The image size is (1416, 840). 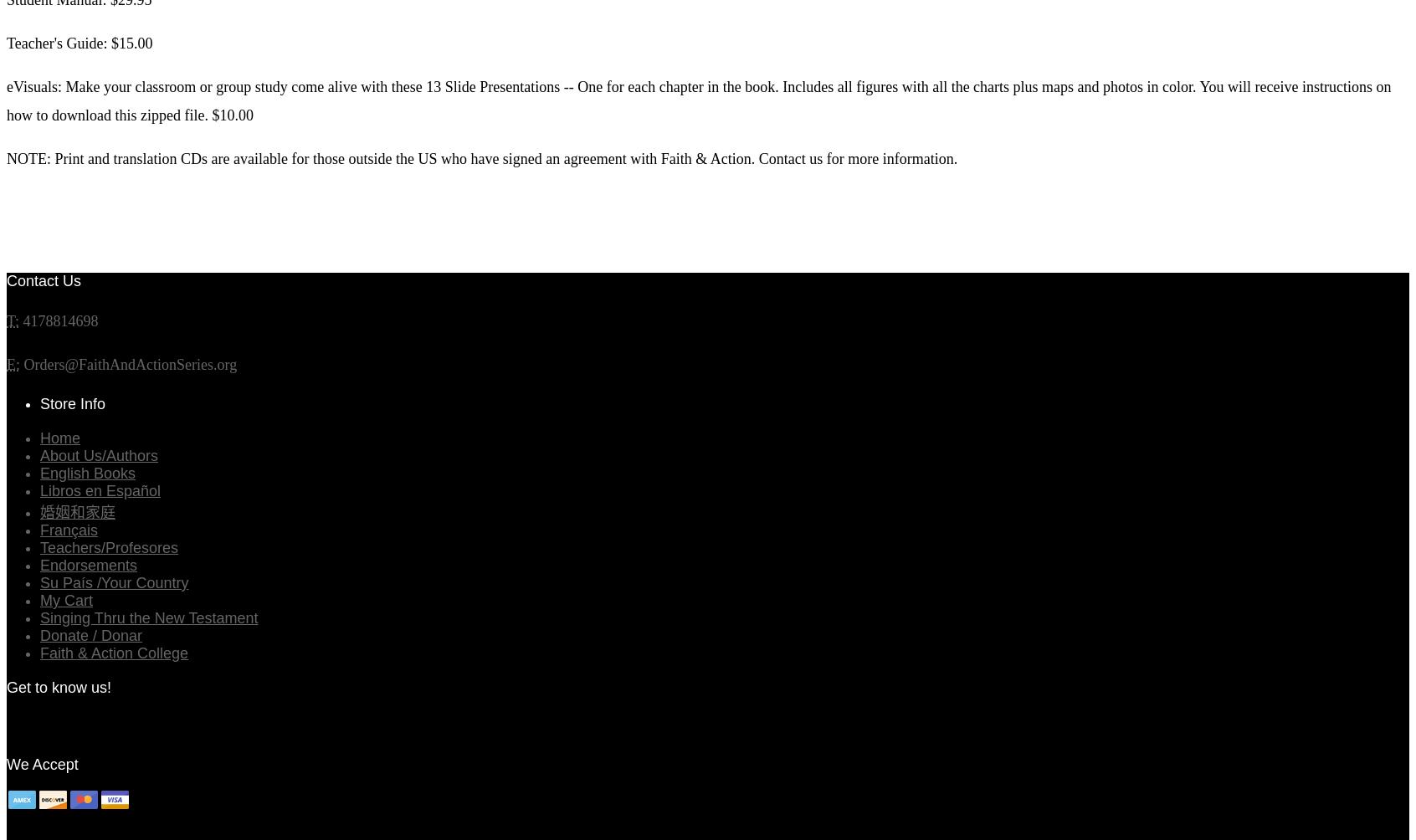 What do you see at coordinates (114, 581) in the screenshot?
I see `'Su País /Your Country'` at bounding box center [114, 581].